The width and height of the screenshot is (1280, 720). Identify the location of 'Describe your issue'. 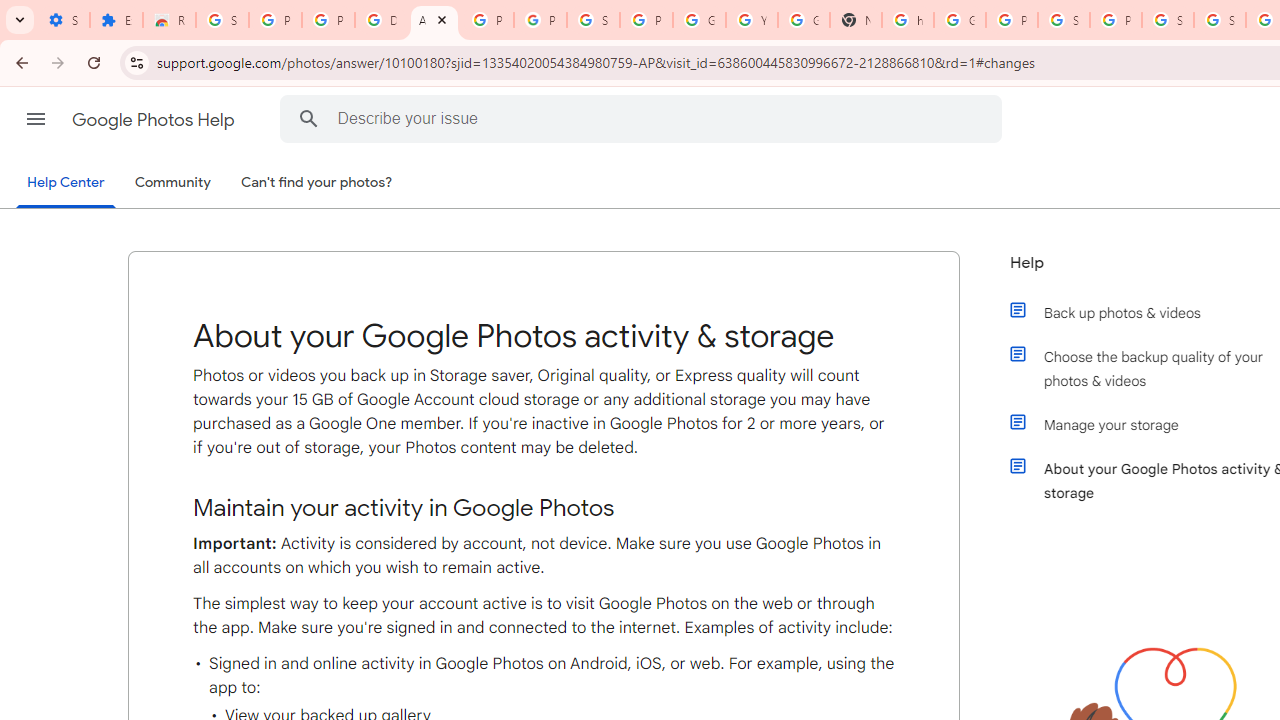
(645, 118).